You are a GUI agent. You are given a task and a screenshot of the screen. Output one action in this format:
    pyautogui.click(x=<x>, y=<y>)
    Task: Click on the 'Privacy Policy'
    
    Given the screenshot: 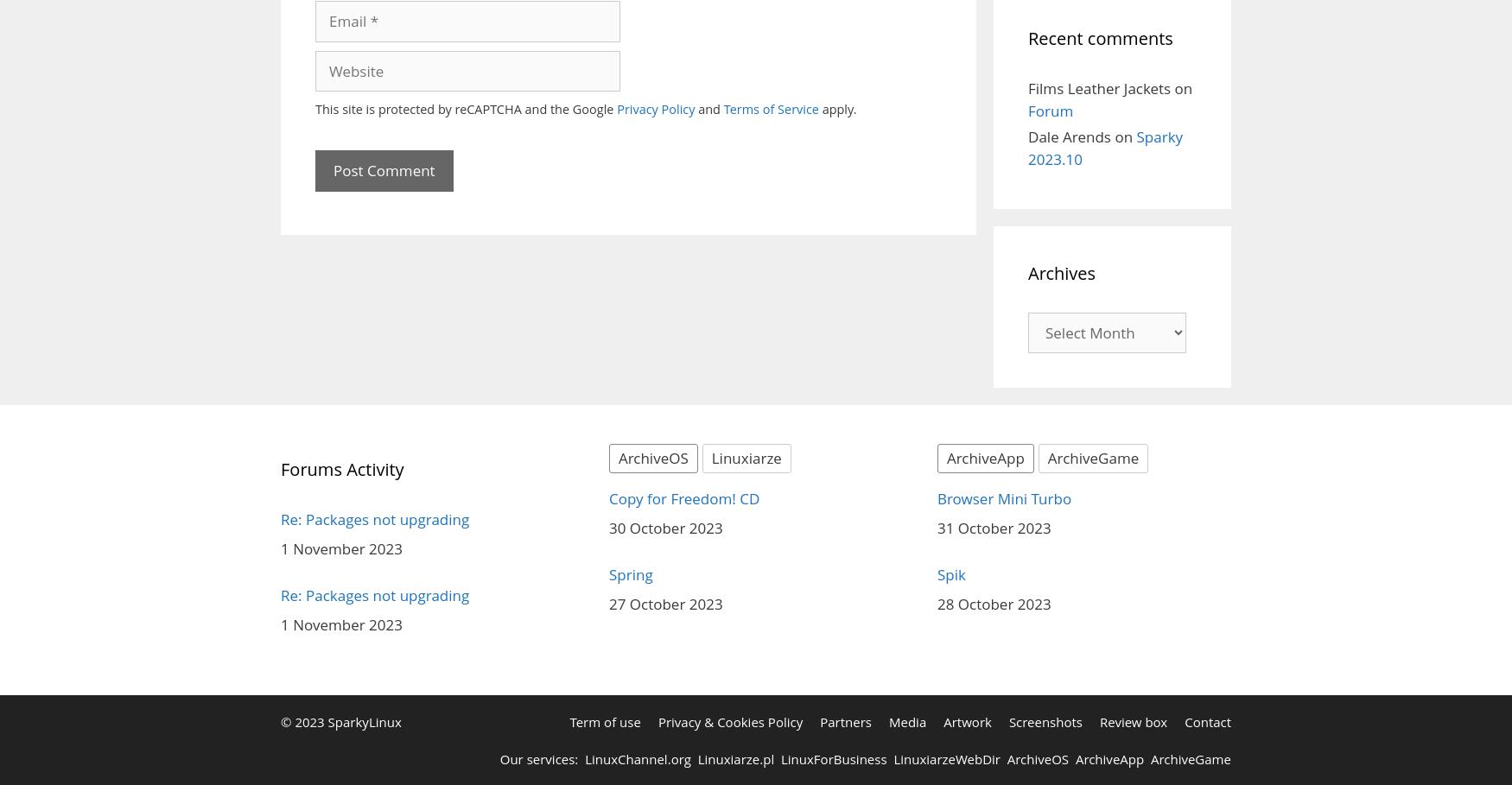 What is the action you would take?
    pyautogui.click(x=654, y=109)
    